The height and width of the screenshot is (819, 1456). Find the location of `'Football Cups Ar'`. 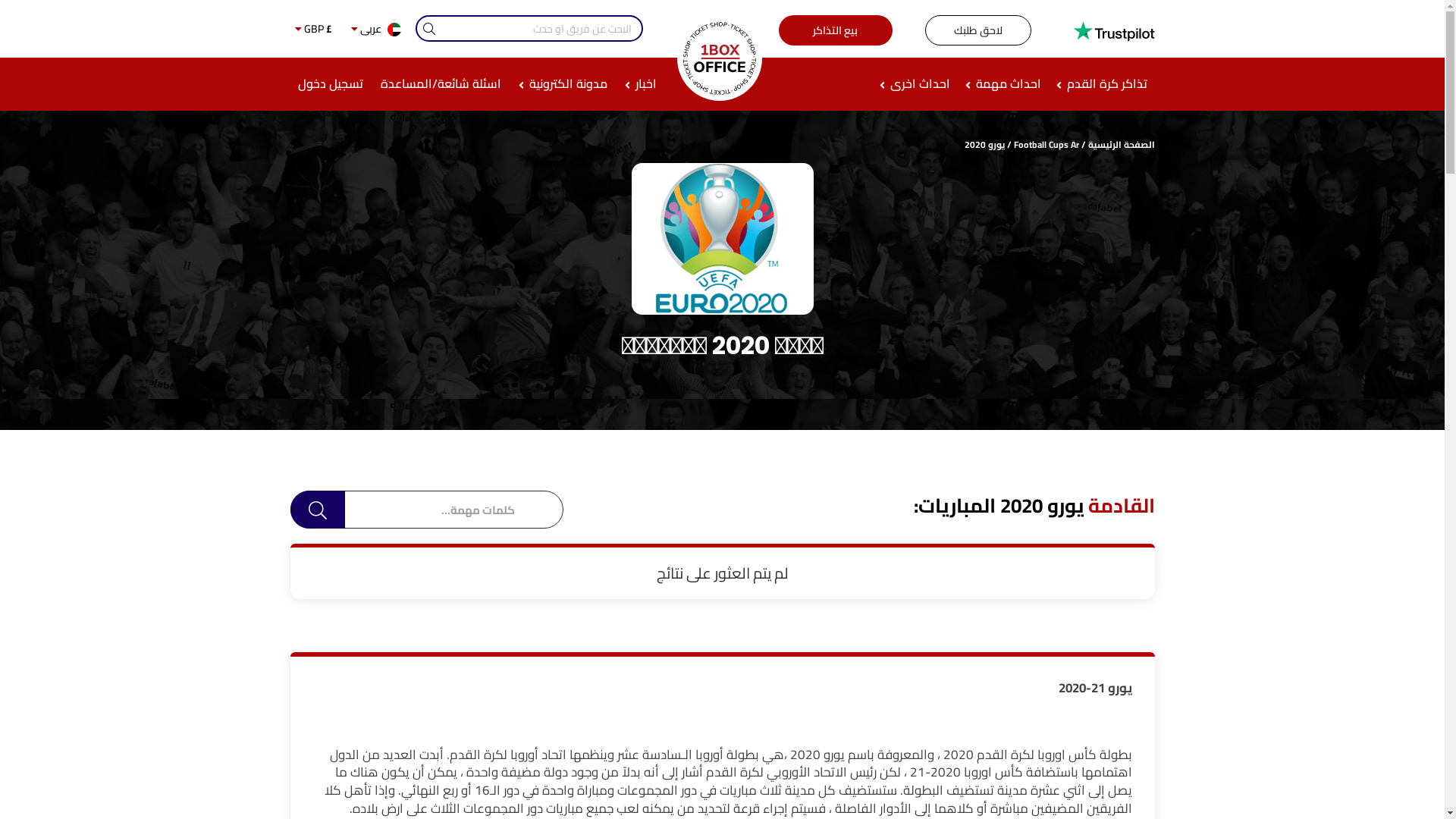

'Football Cups Ar' is located at coordinates (1044, 144).